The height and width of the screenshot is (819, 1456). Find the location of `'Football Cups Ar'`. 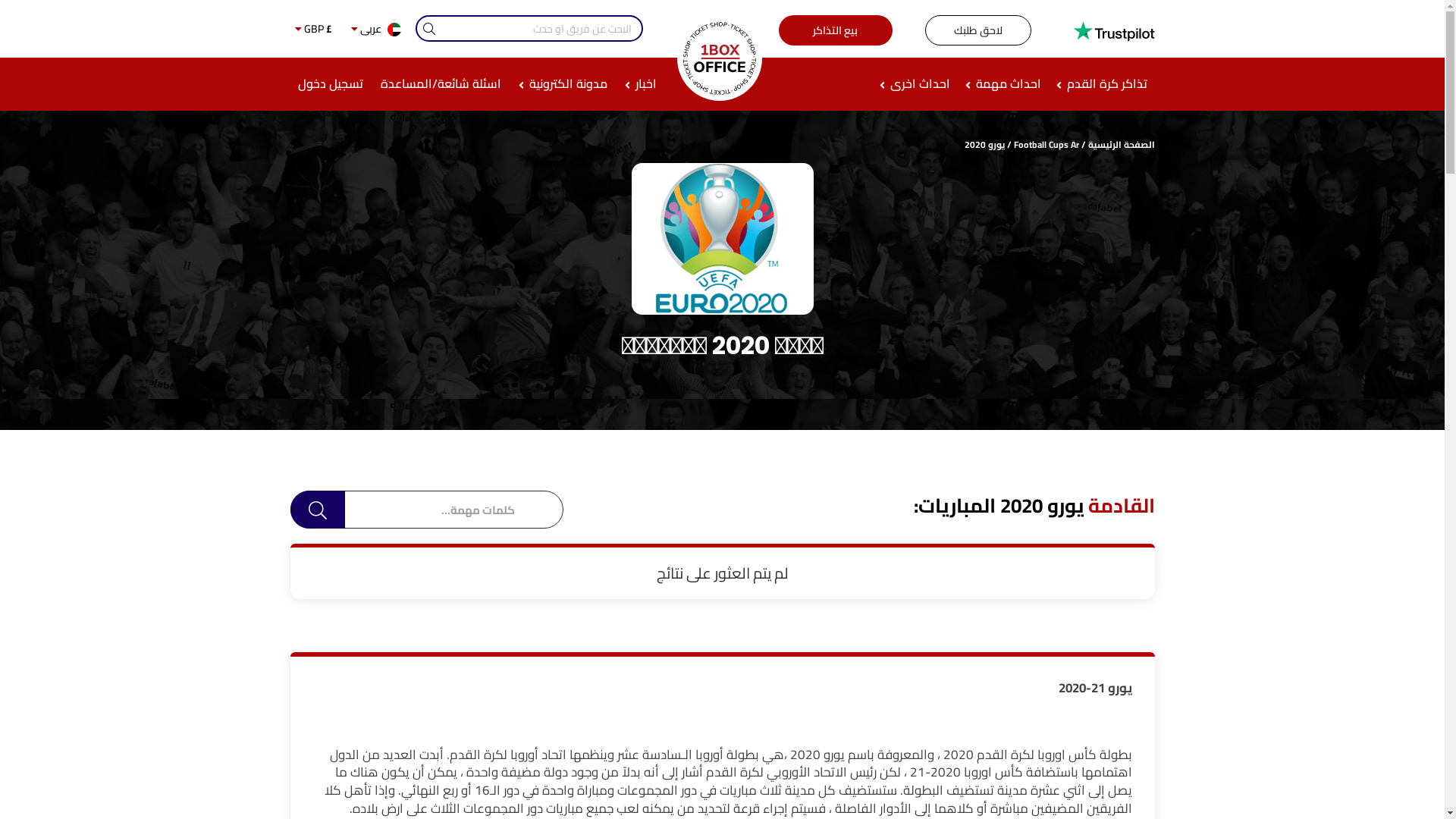

'Football Cups Ar' is located at coordinates (1044, 144).